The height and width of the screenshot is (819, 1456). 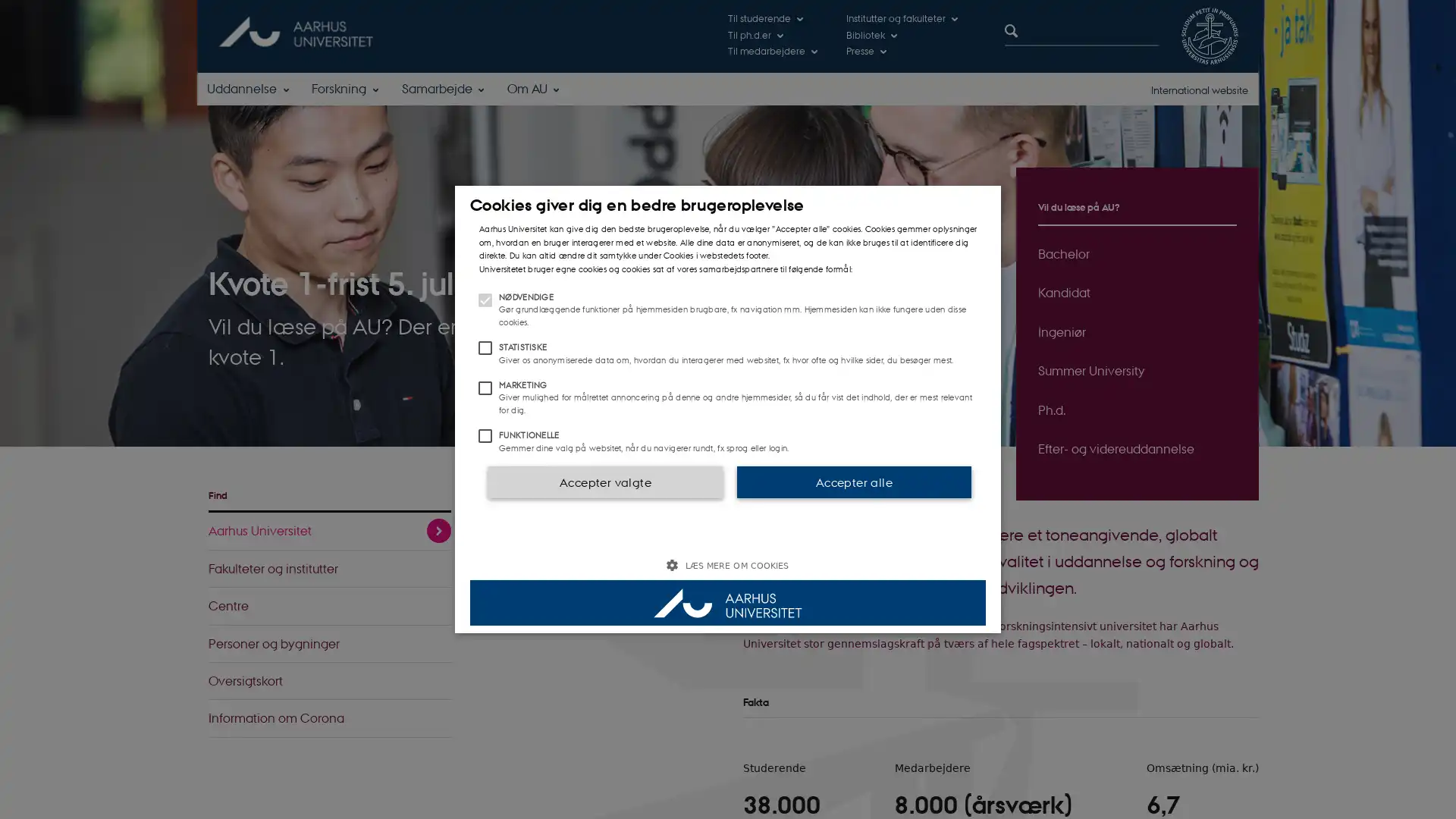 I want to click on Aarhus Universitet, so click(x=329, y=529).